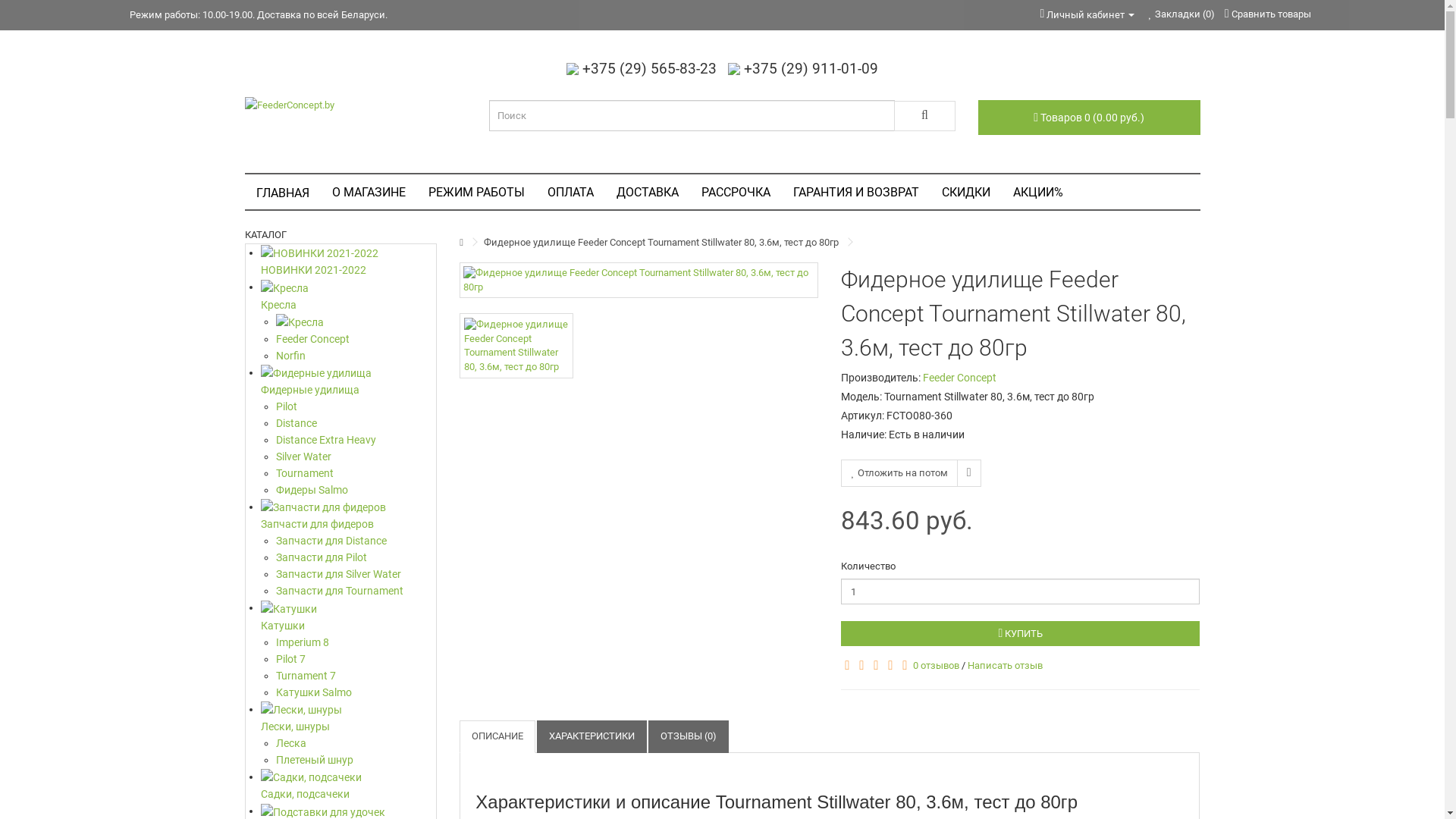  Describe the element at coordinates (356, 439) in the screenshot. I see `'Distance Extra Heavy'` at that location.